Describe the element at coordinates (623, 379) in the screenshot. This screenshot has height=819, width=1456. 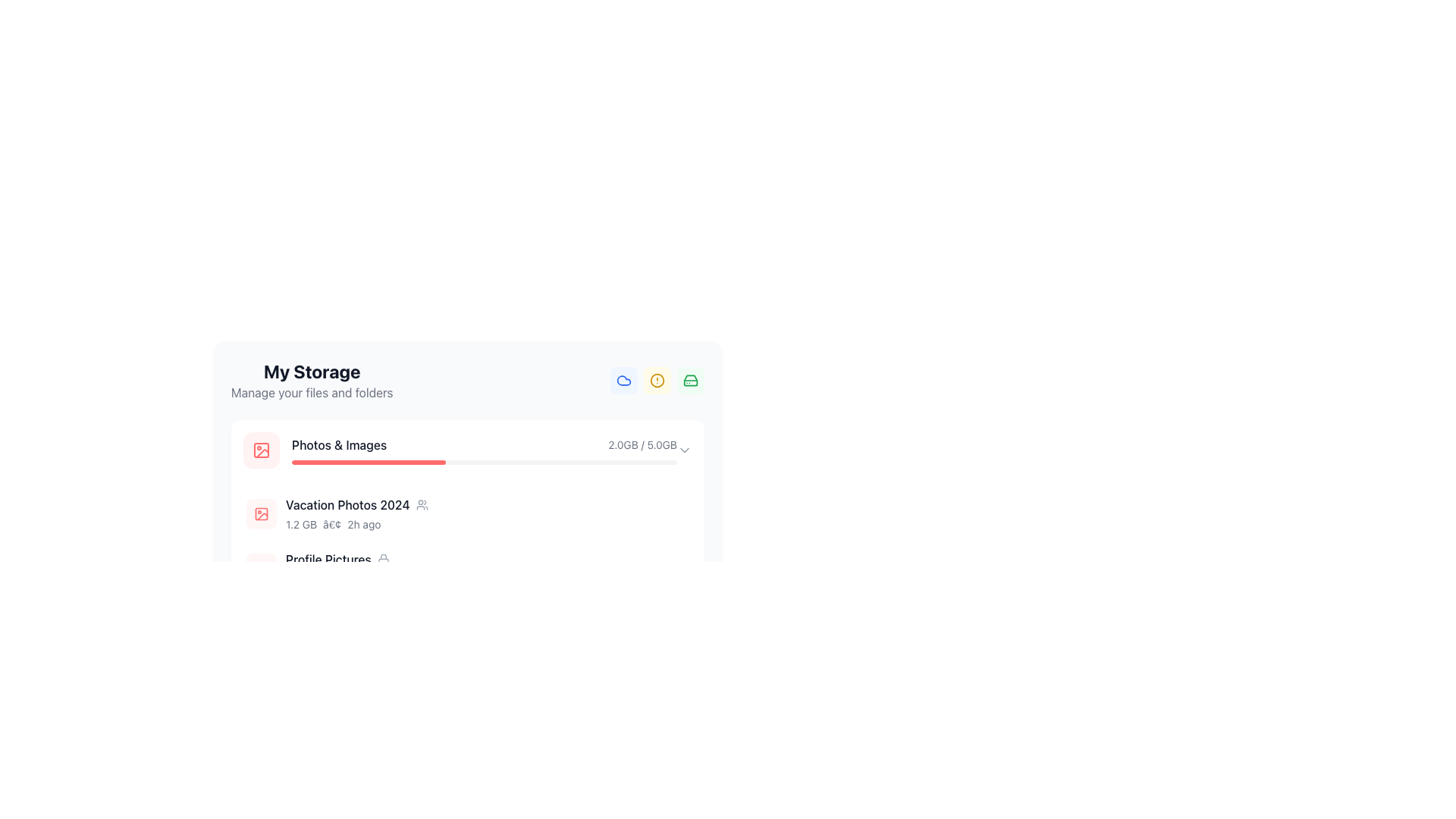
I see `the blue cloud-shaped icon button located at the top-right section of the interface, which is the first in a sequence of three icons` at that location.